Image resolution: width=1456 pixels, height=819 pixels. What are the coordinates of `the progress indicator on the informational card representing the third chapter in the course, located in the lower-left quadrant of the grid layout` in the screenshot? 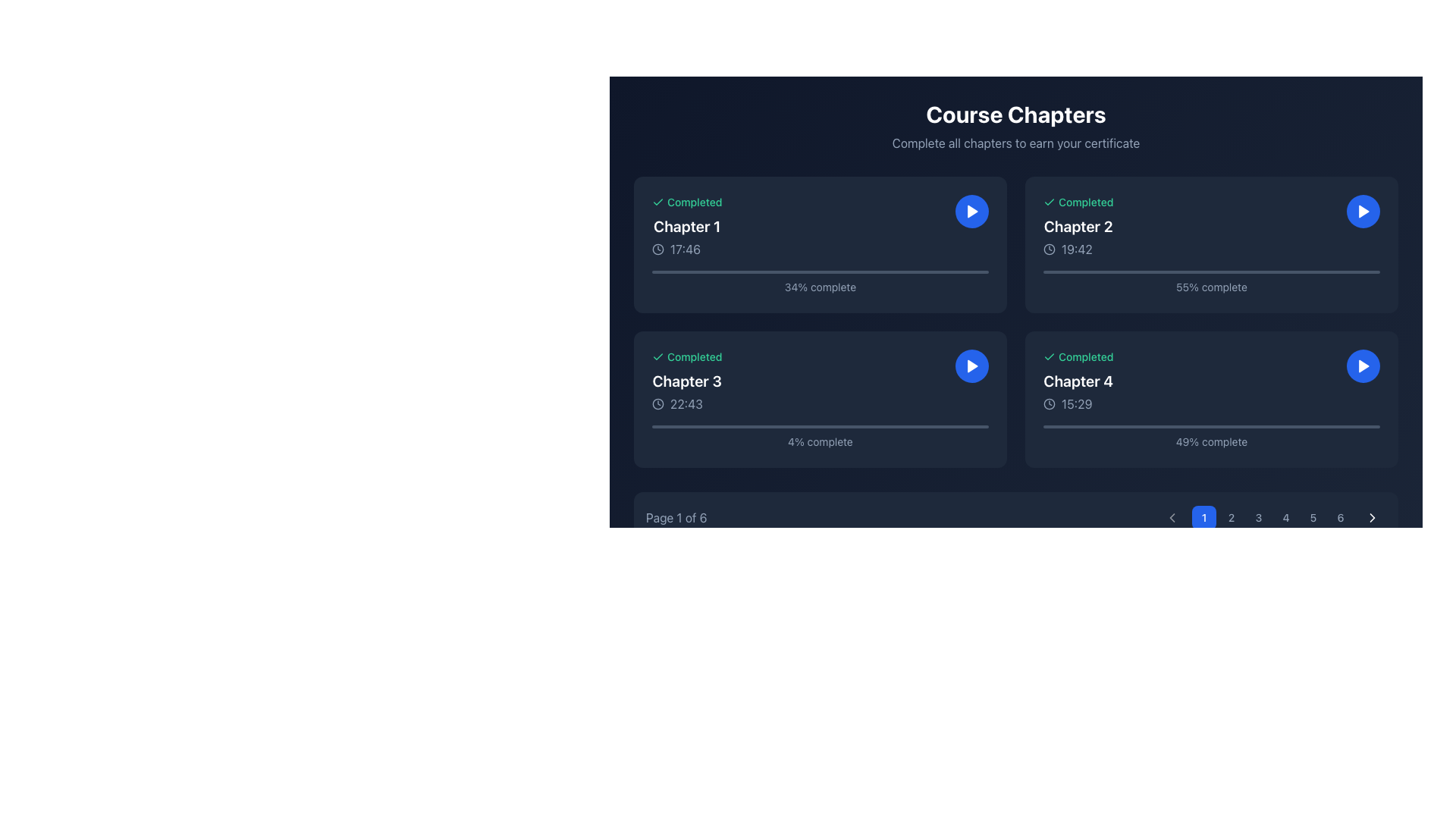 It's located at (819, 399).